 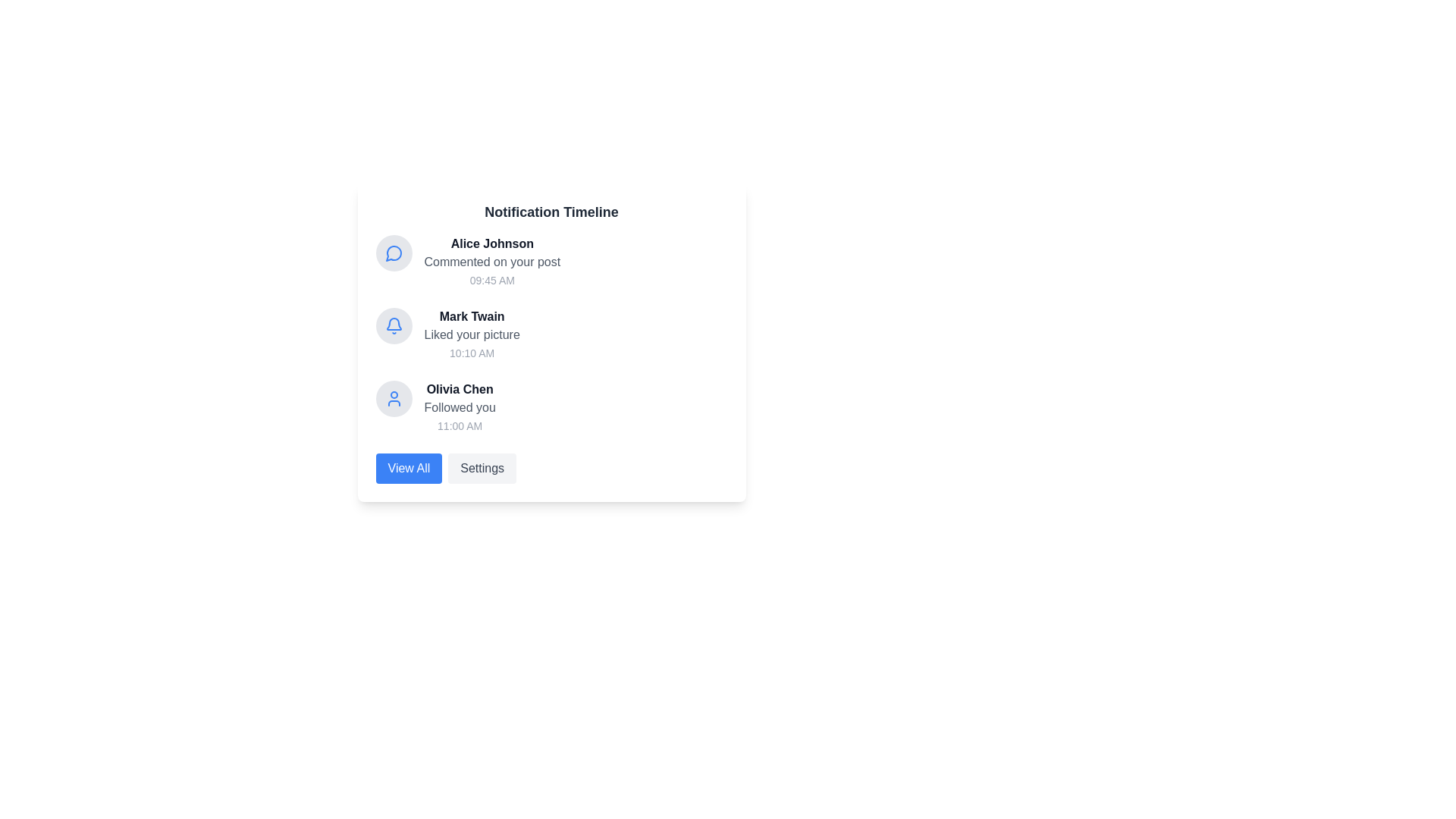 I want to click on the icon representing Alice Johnson's comment notification, located at the start of her entry in the notification timeline box, so click(x=394, y=253).